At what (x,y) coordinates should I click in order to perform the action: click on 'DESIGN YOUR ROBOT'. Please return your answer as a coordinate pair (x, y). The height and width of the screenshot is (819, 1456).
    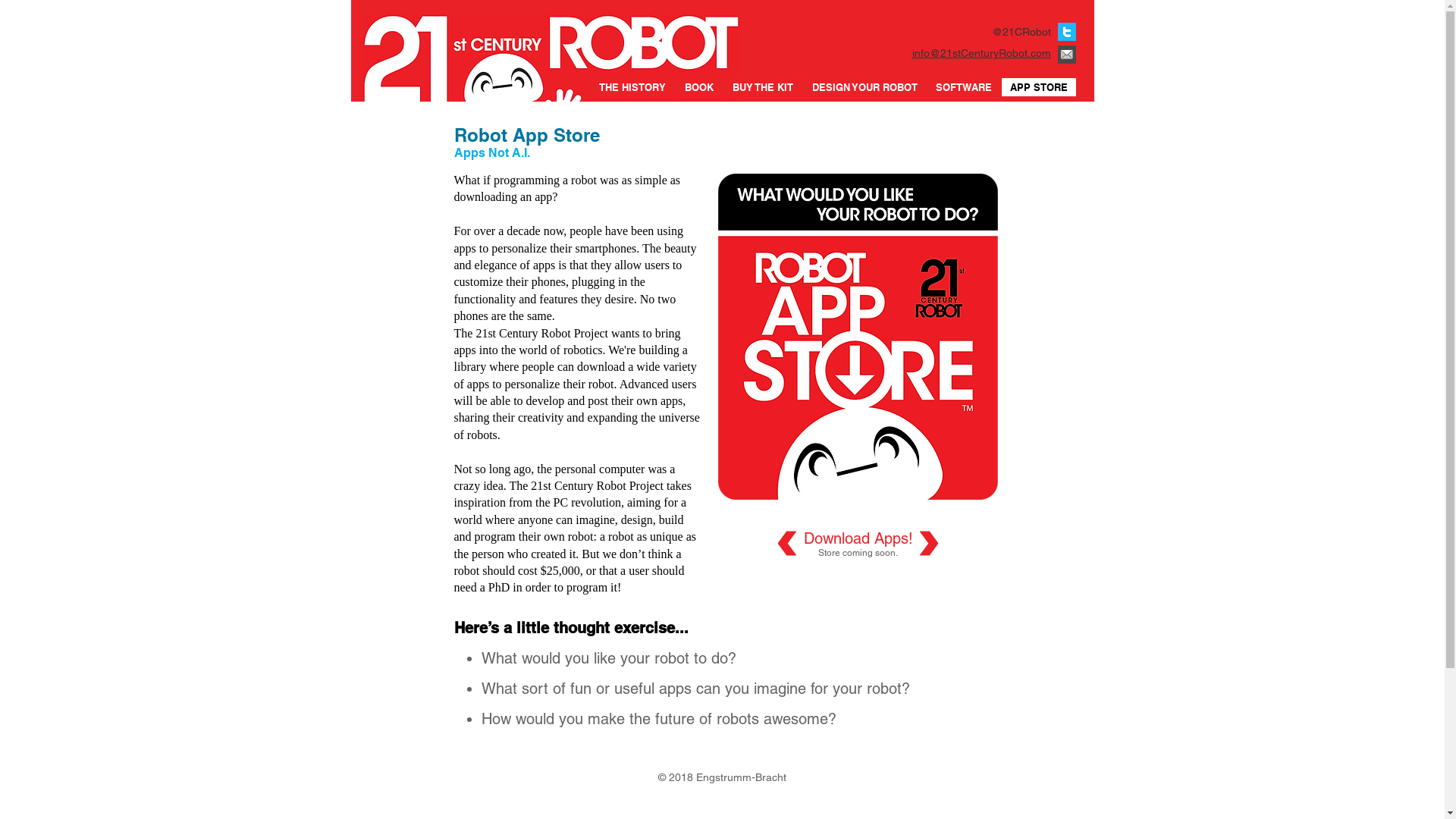
    Looking at the image, I should click on (803, 87).